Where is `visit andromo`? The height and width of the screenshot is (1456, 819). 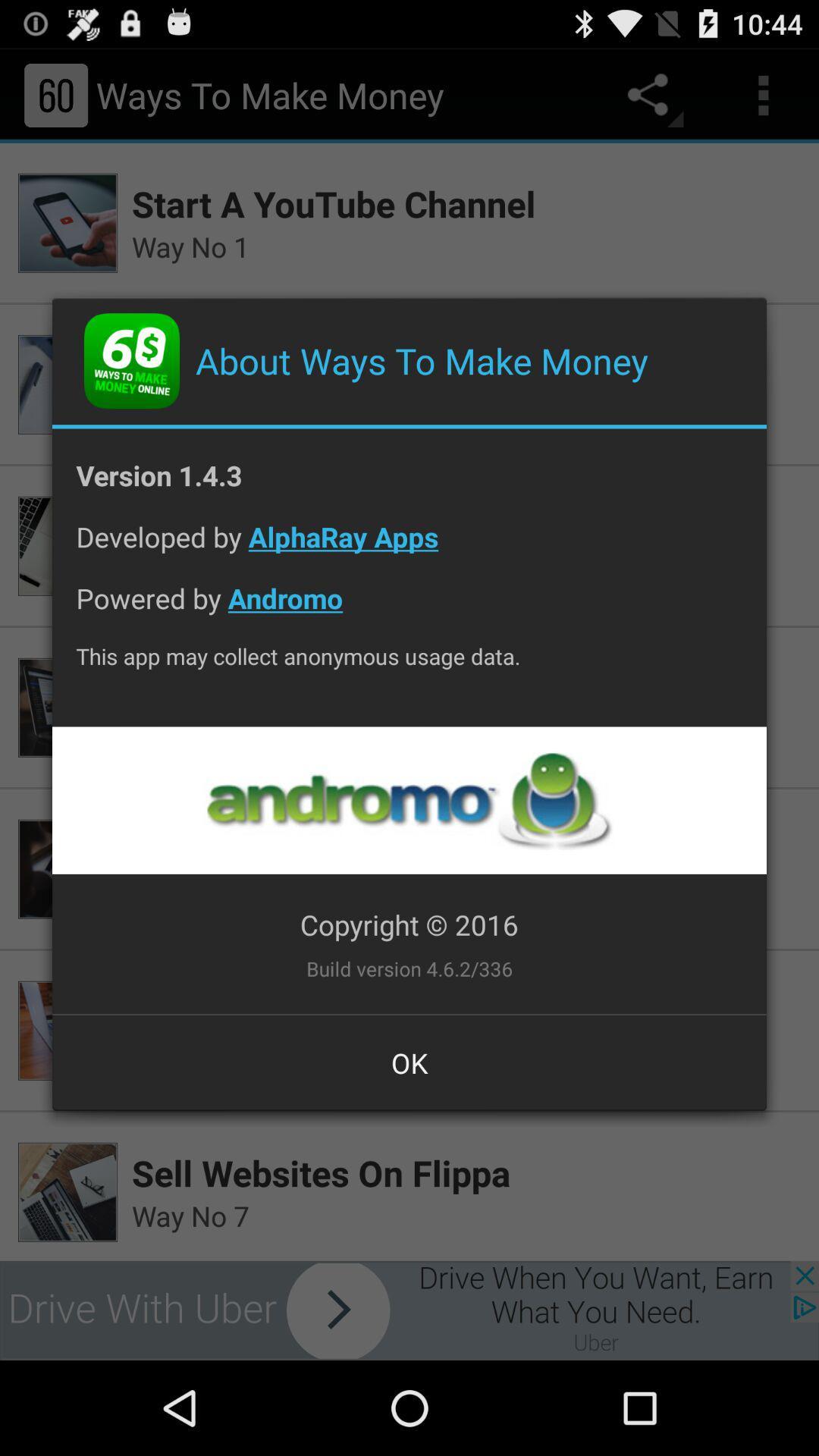 visit andromo is located at coordinates (408, 799).